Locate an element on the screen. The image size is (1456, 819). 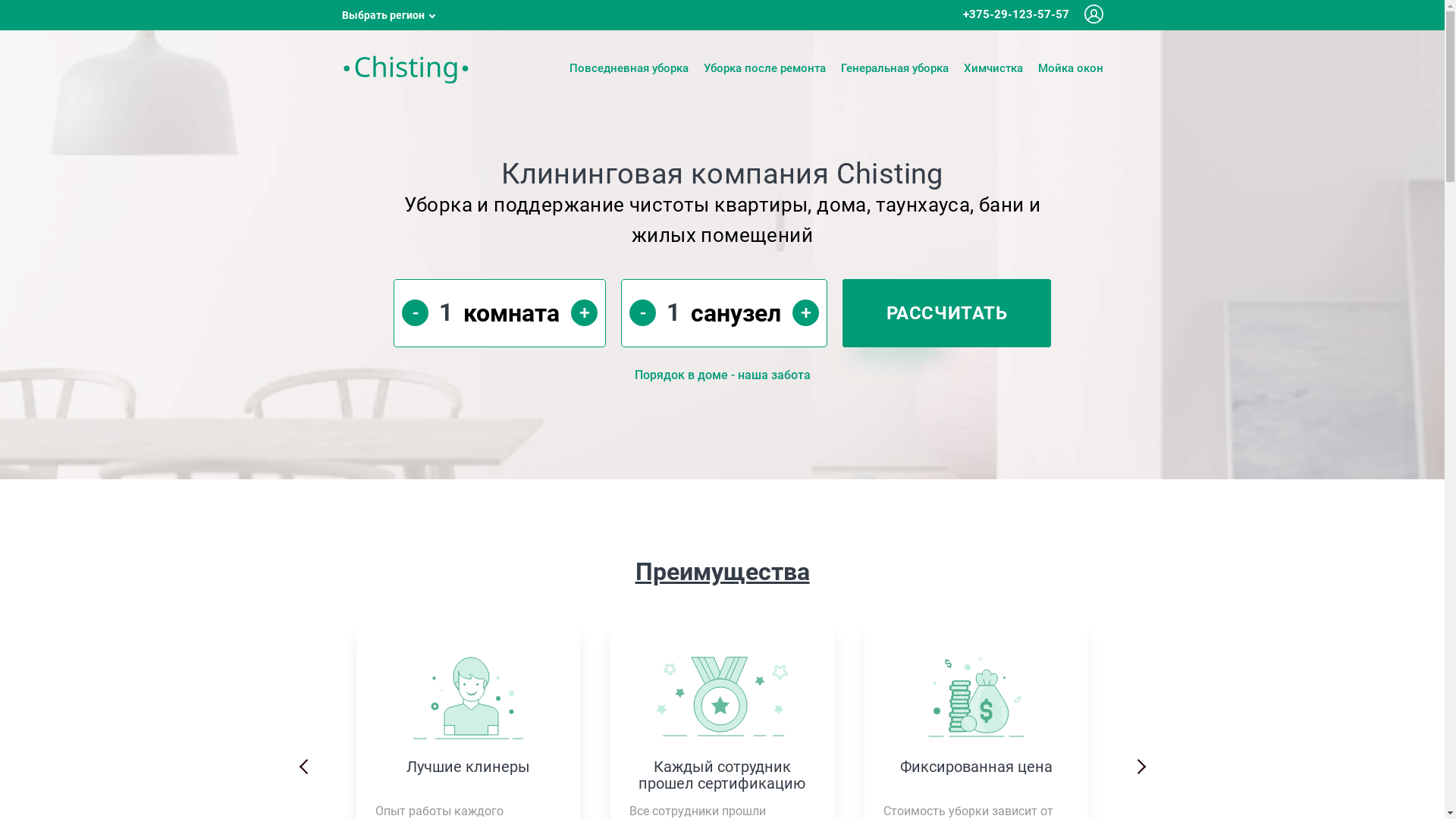
'-' is located at coordinates (642, 312).